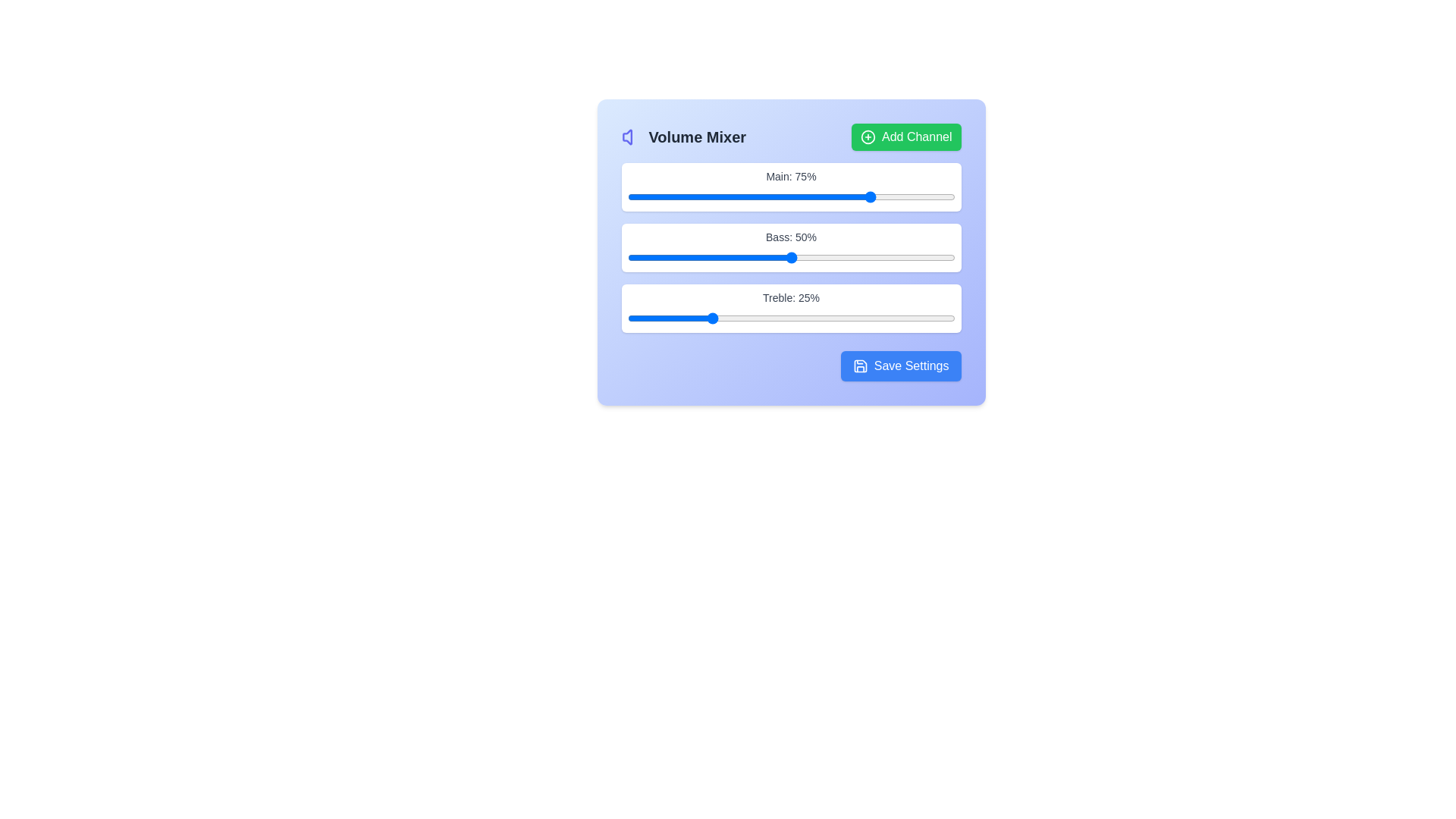 The height and width of the screenshot is (819, 1456). I want to click on the slider thumb of the 'Bass: 50%' slider, so click(790, 247).